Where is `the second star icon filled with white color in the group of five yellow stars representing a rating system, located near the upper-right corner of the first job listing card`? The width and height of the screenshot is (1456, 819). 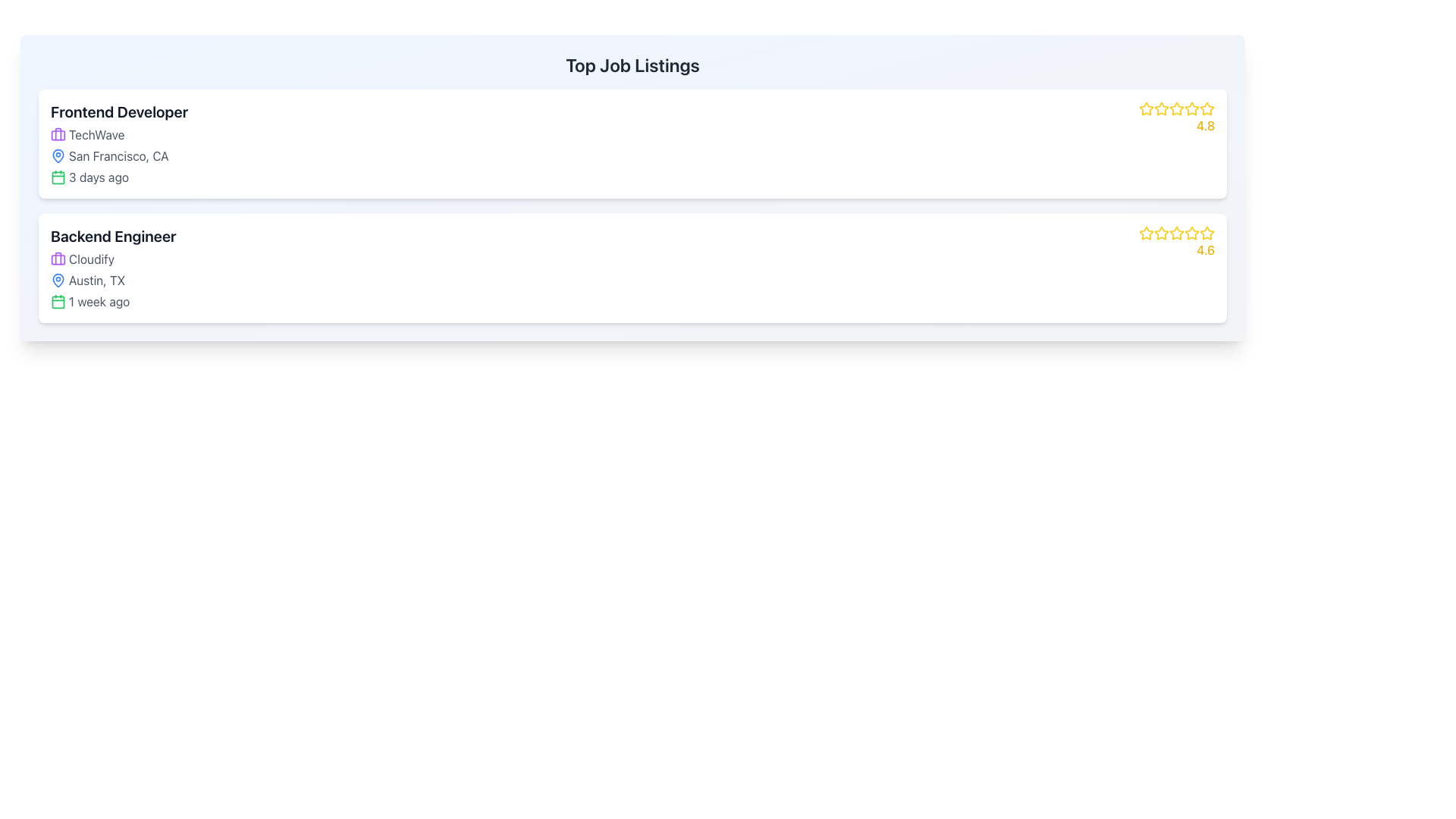 the second star icon filled with white color in the group of five yellow stars representing a rating system, located near the upper-right corner of the first job listing card is located at coordinates (1175, 108).